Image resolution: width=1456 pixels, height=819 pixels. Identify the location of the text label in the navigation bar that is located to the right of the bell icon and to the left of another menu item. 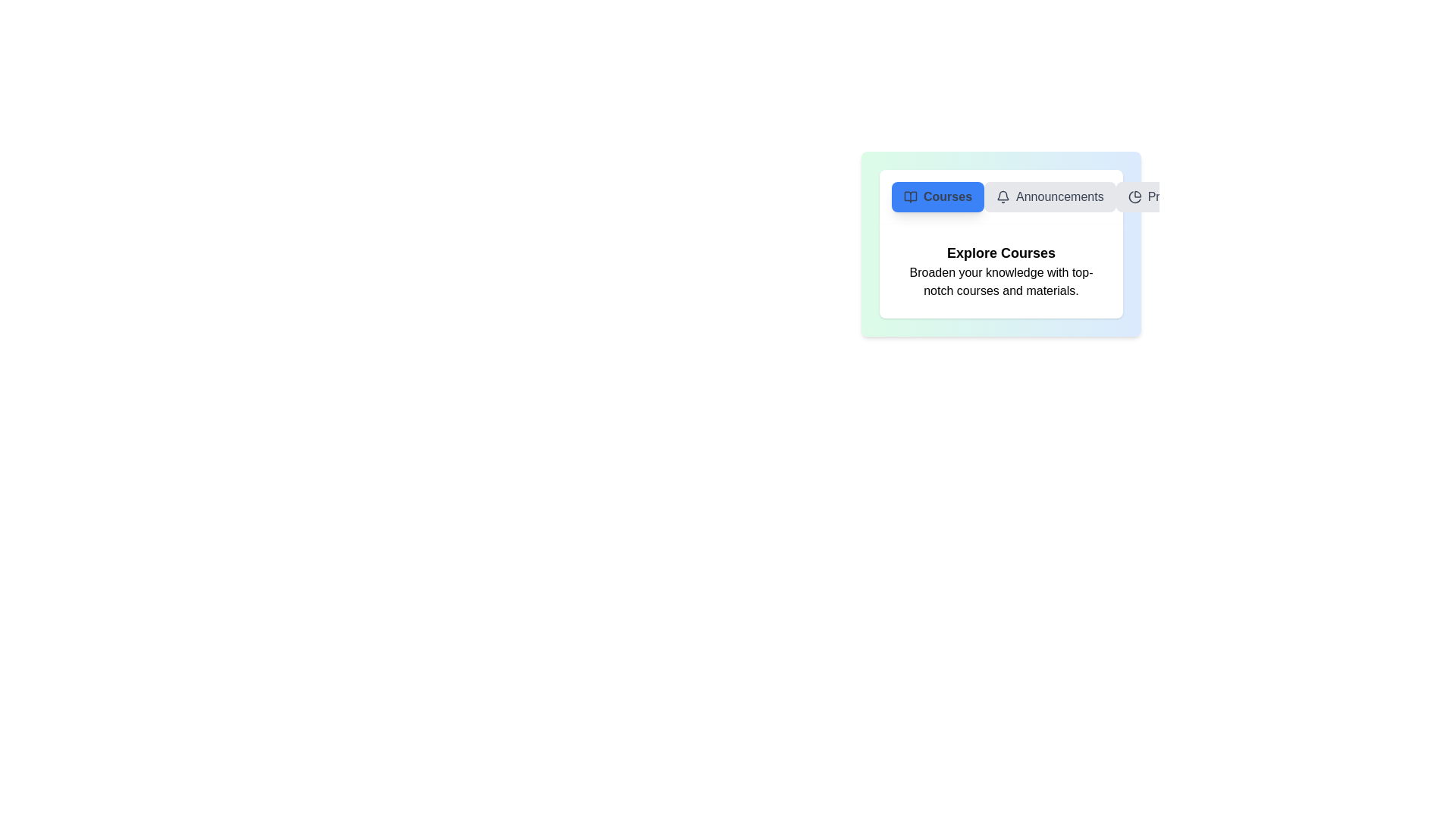
(1059, 196).